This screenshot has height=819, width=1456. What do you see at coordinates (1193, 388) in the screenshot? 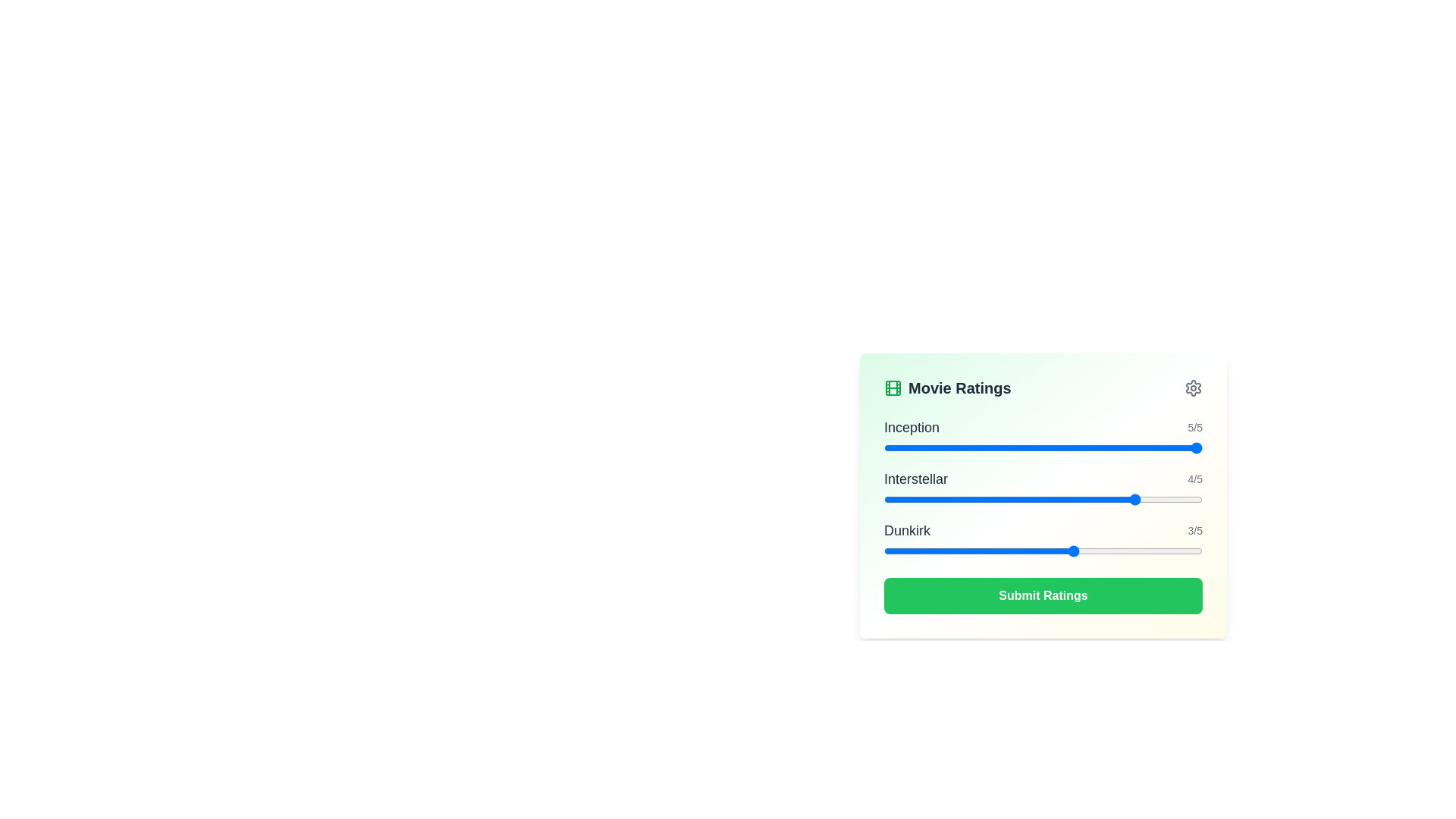
I see `the settings icon in the header section of the 'Movie Ratings' card` at bounding box center [1193, 388].